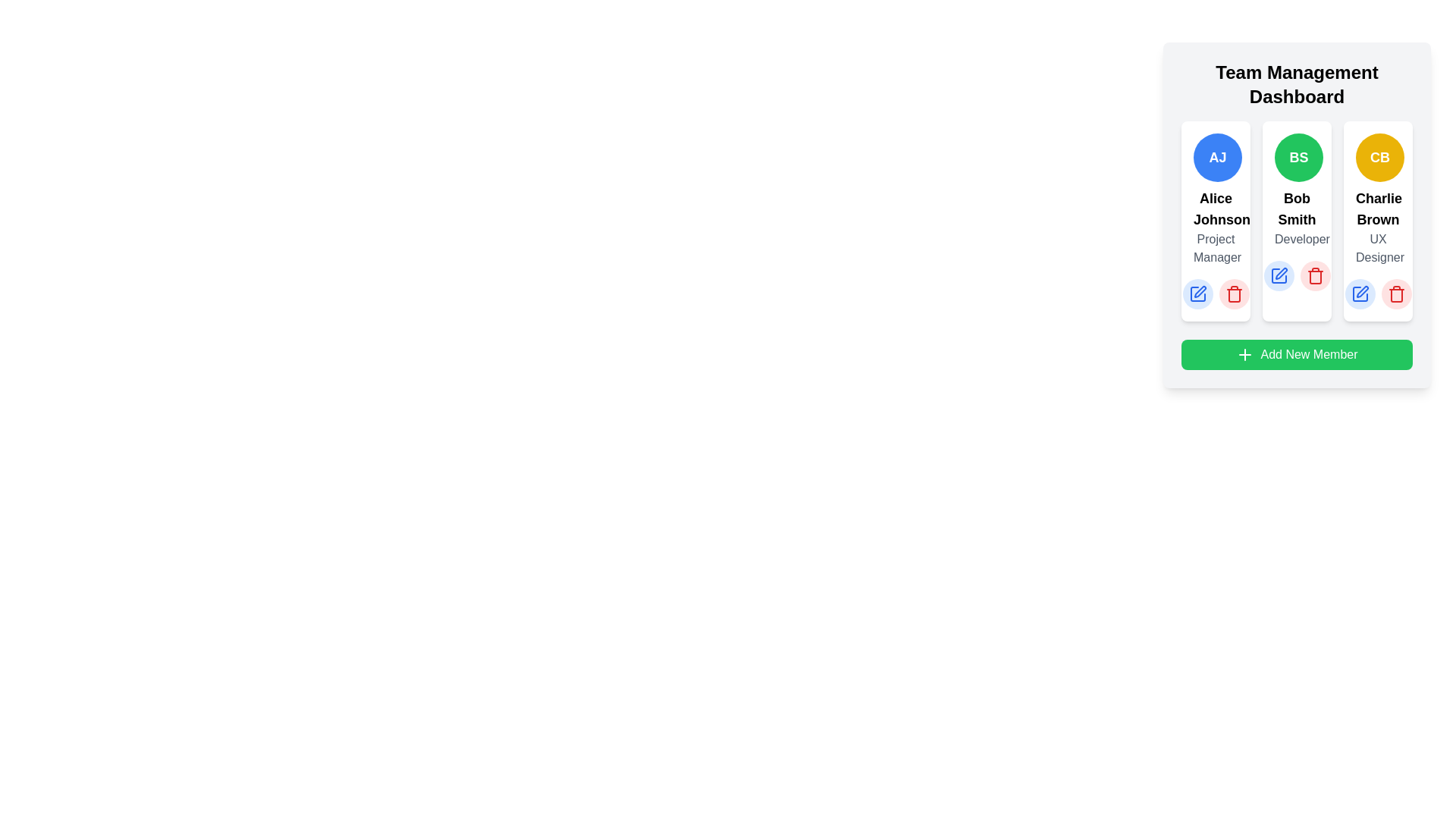  I want to click on the circular button with a red trash bin icon located at the bottom right corner of the first user card in the Team Management Dashboard to initiate the delete action, so click(1234, 294).